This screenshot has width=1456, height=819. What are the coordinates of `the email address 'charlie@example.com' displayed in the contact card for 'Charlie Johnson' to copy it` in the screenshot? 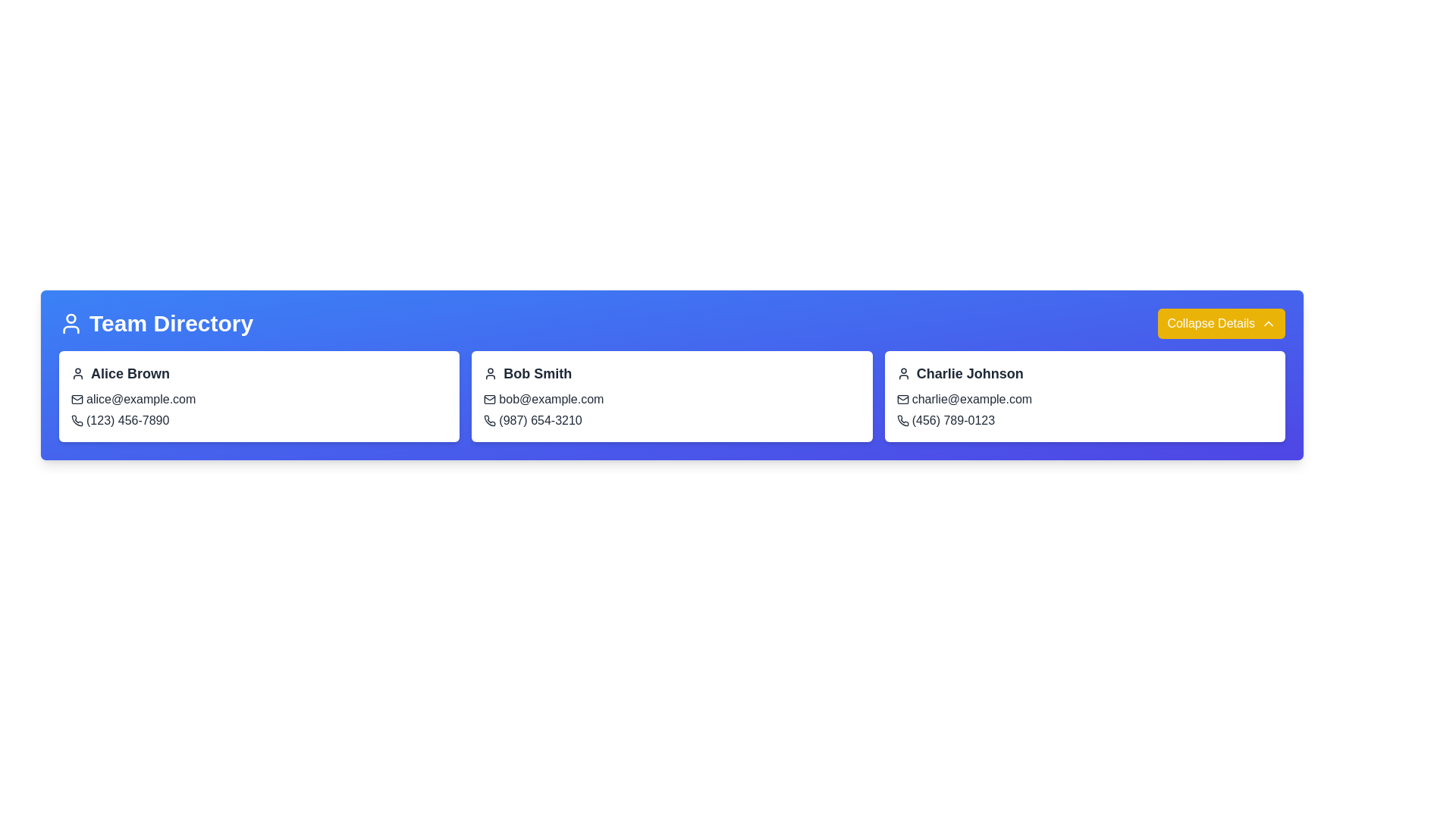 It's located at (964, 399).